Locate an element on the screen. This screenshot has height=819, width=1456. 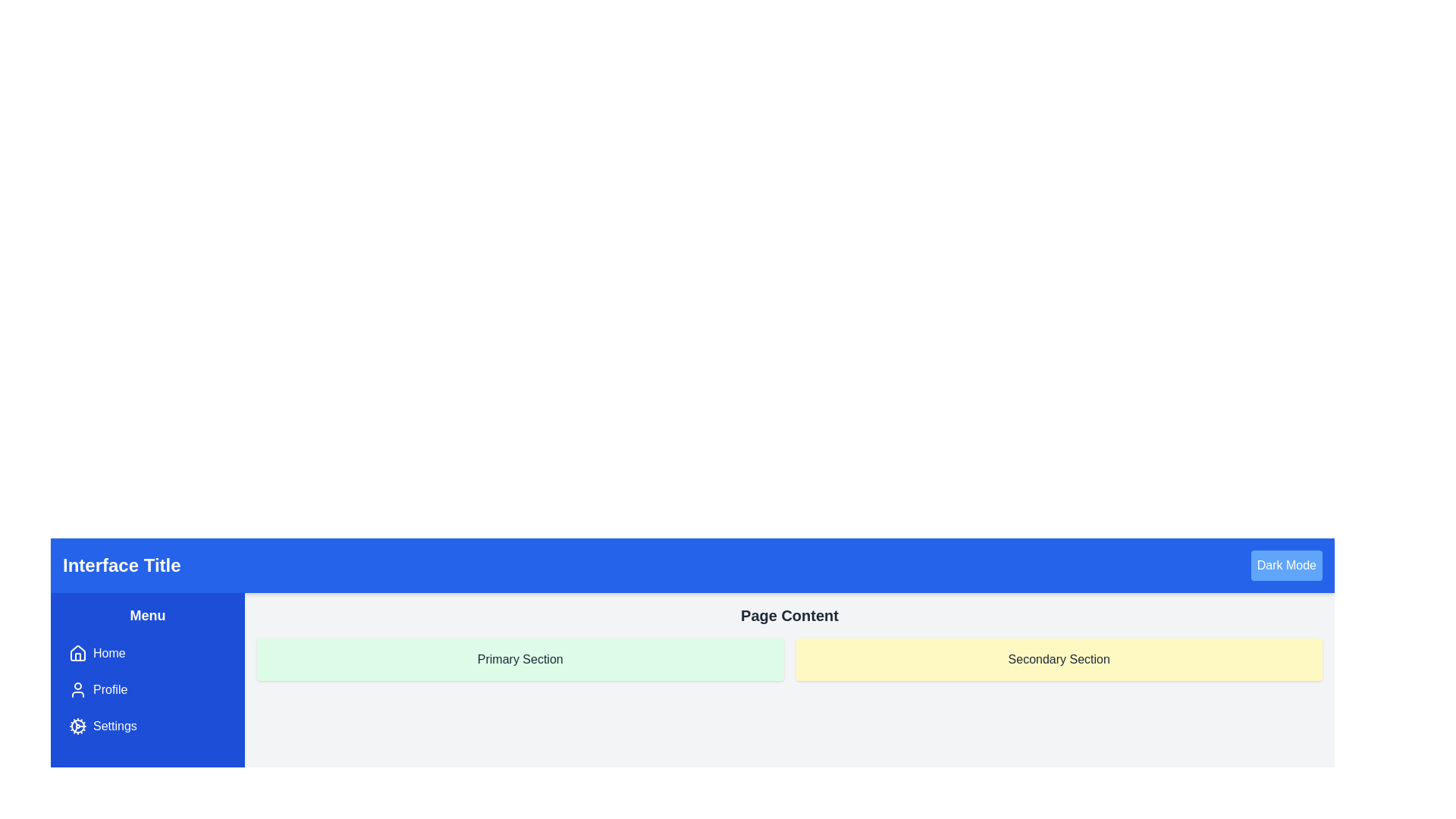
the 'Home' navigation menu item located at the top of the blue sidebar on the left side of the interface is located at coordinates (148, 652).